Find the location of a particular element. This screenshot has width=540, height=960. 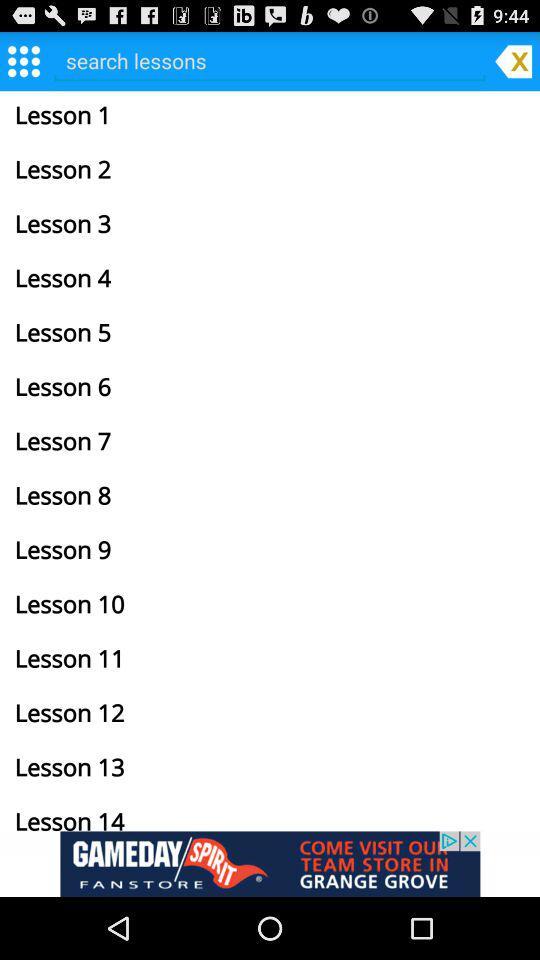

open menu is located at coordinates (22, 59).